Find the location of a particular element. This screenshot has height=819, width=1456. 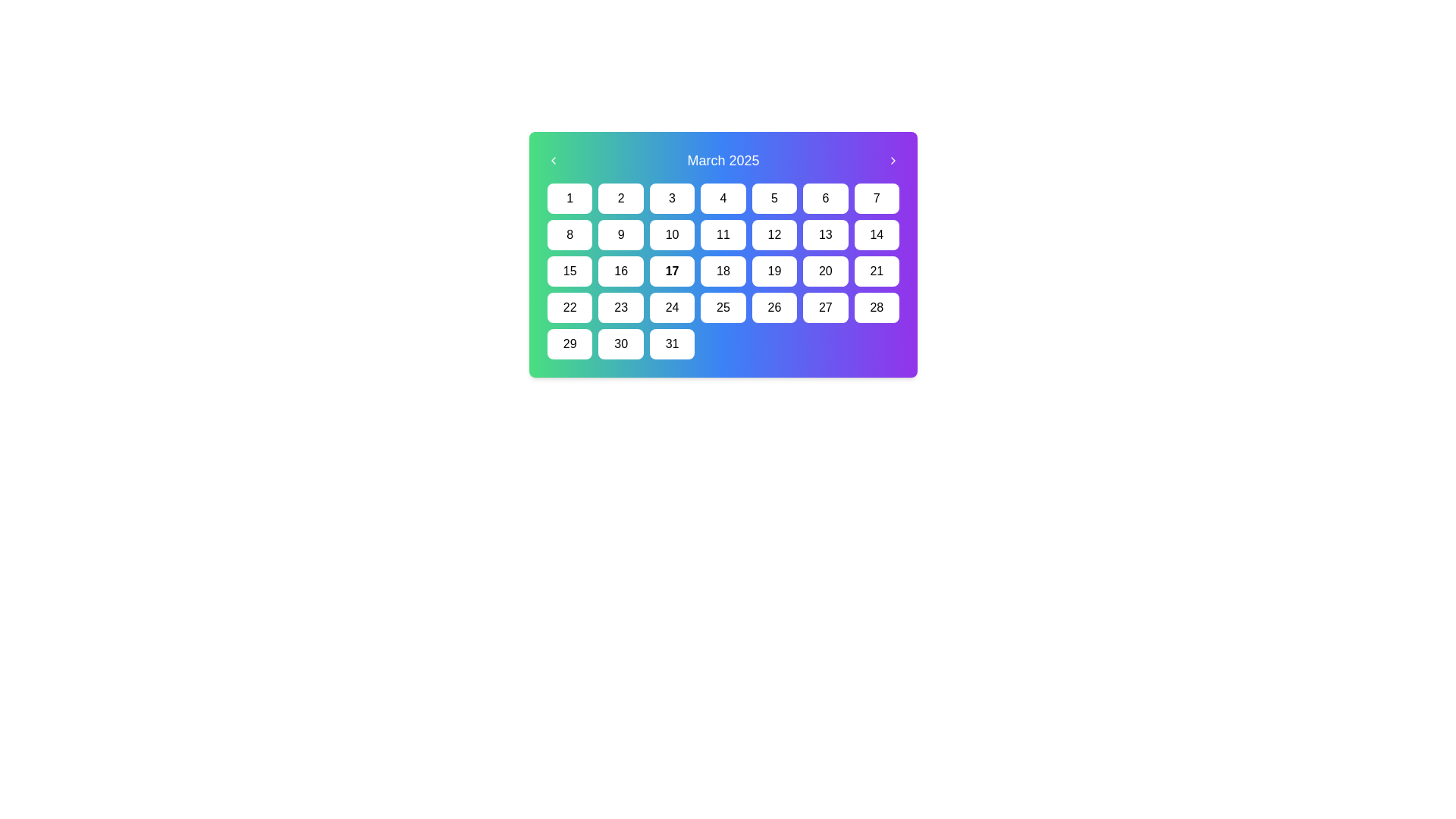

the date within the March 2025 calendar widget to perform an action is located at coordinates (723, 253).